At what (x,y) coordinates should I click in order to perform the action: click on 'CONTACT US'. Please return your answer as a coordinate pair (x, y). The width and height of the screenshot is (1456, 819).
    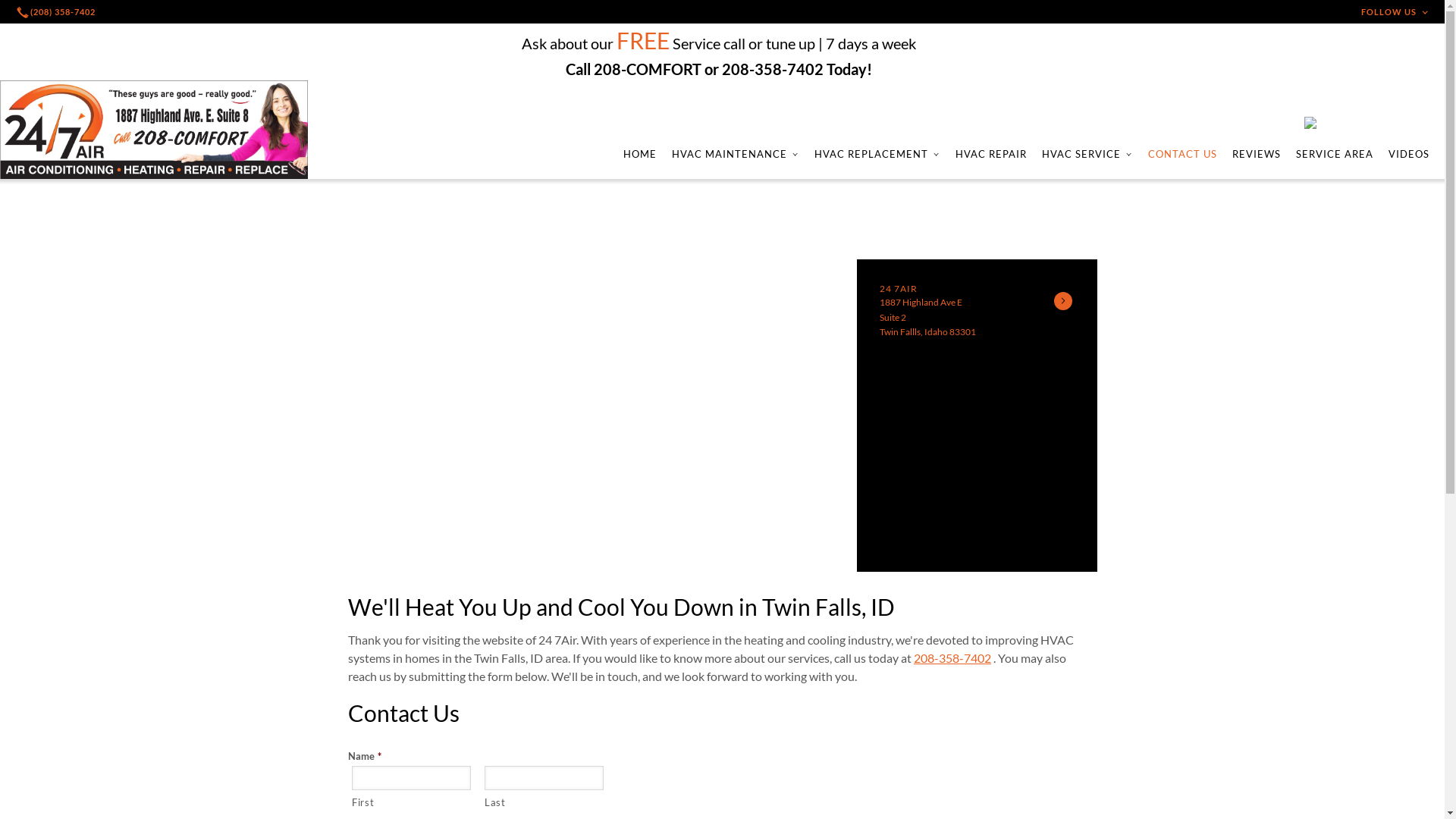
    Looking at the image, I should click on (1181, 154).